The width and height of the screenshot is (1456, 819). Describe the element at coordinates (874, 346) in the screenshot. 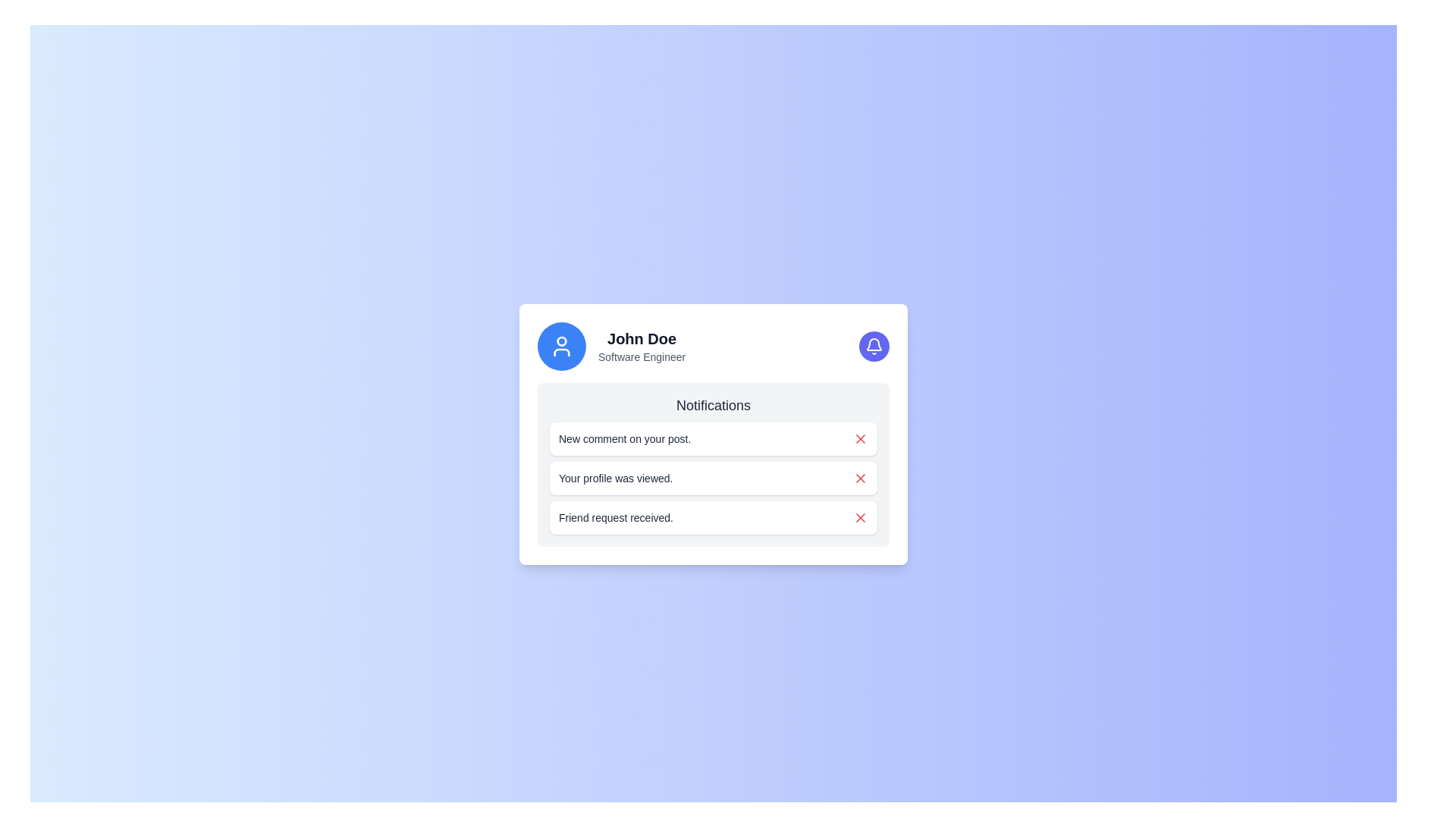

I see `the circular button with an indigo background and white bell icon` at that location.